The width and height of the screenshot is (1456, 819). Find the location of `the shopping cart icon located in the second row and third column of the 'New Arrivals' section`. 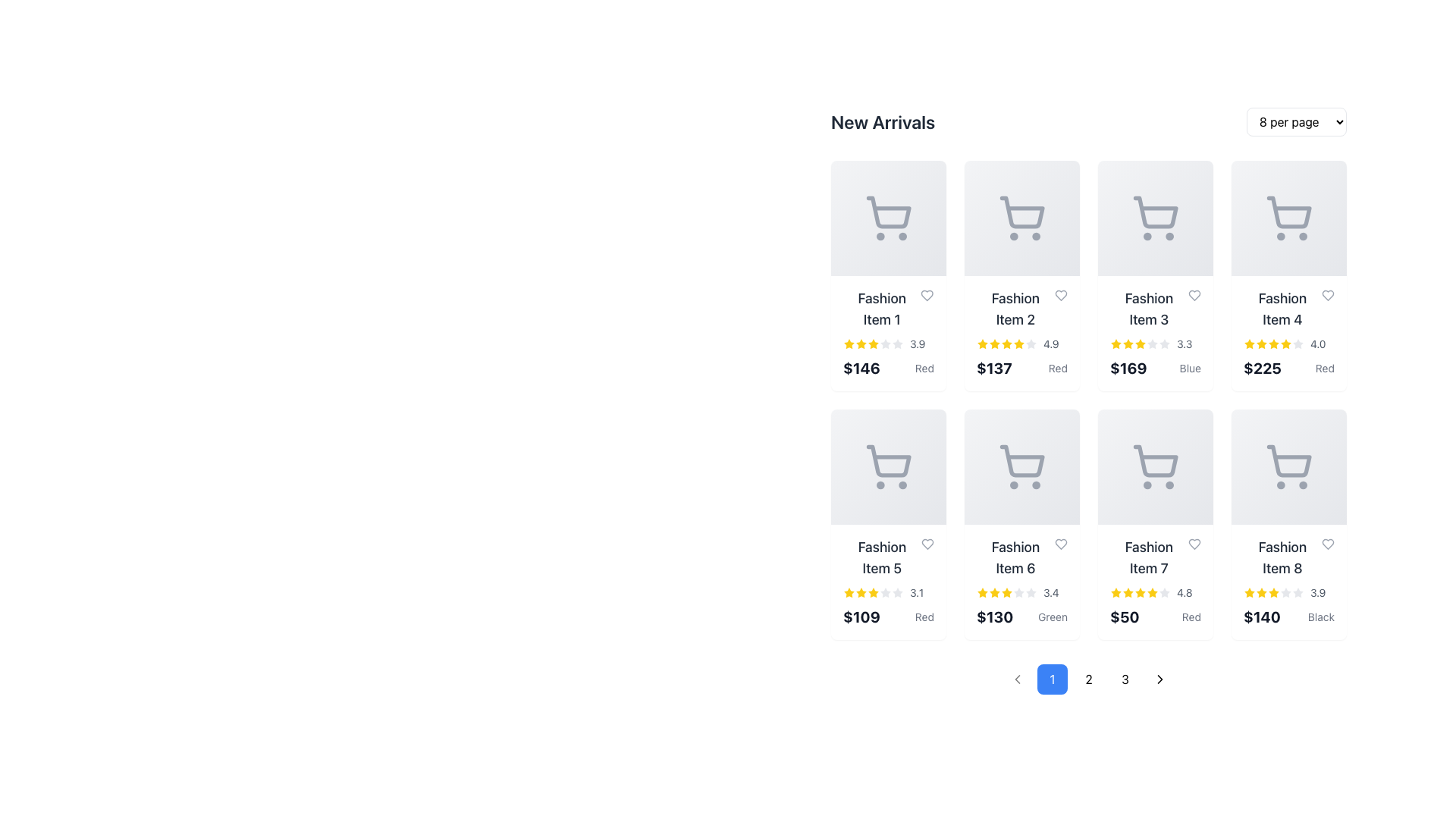

the shopping cart icon located in the second row and third column of the 'New Arrivals' section is located at coordinates (1022, 460).